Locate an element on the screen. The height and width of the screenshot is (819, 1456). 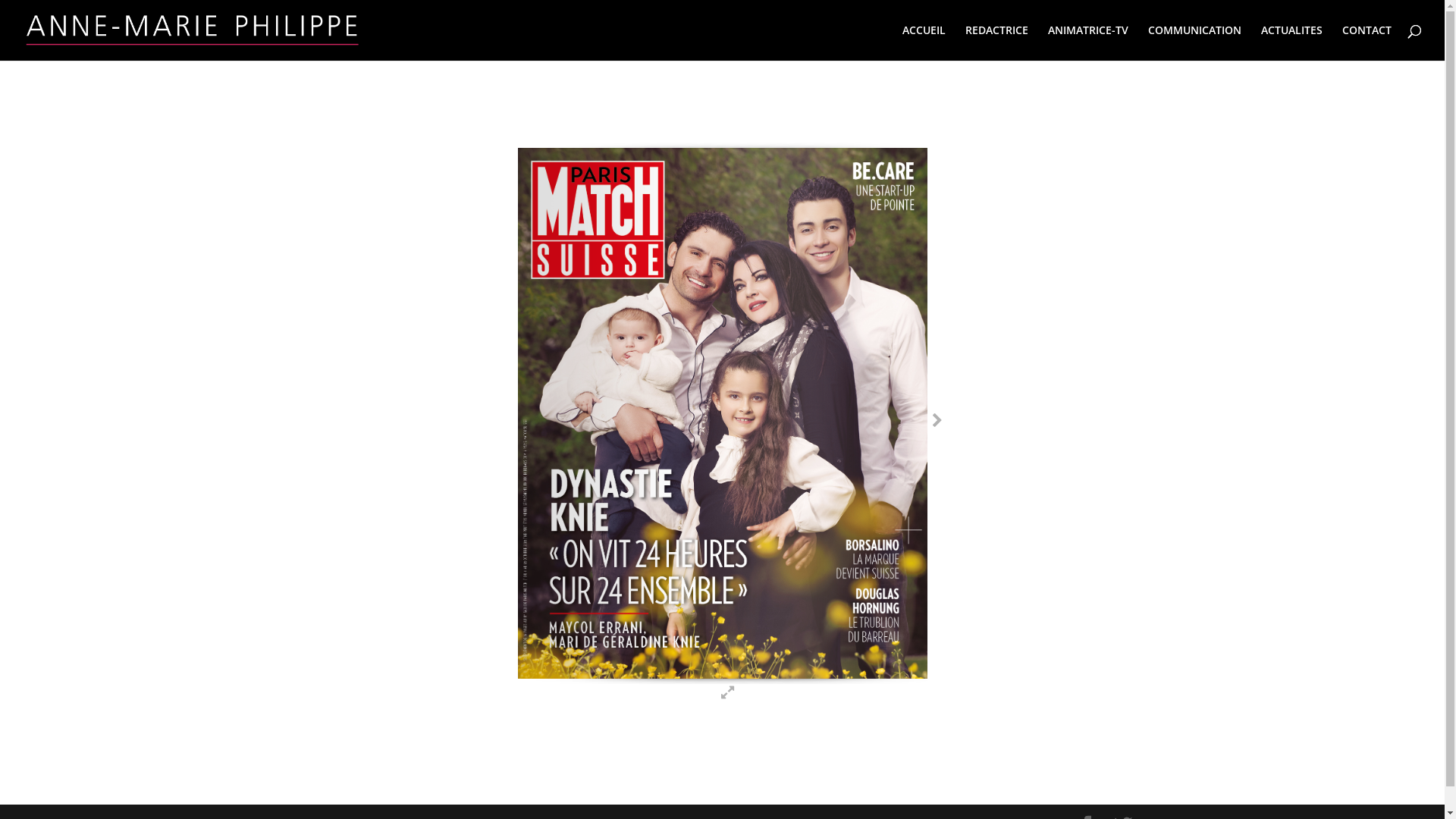
'COMMUNICATION' is located at coordinates (1194, 42).